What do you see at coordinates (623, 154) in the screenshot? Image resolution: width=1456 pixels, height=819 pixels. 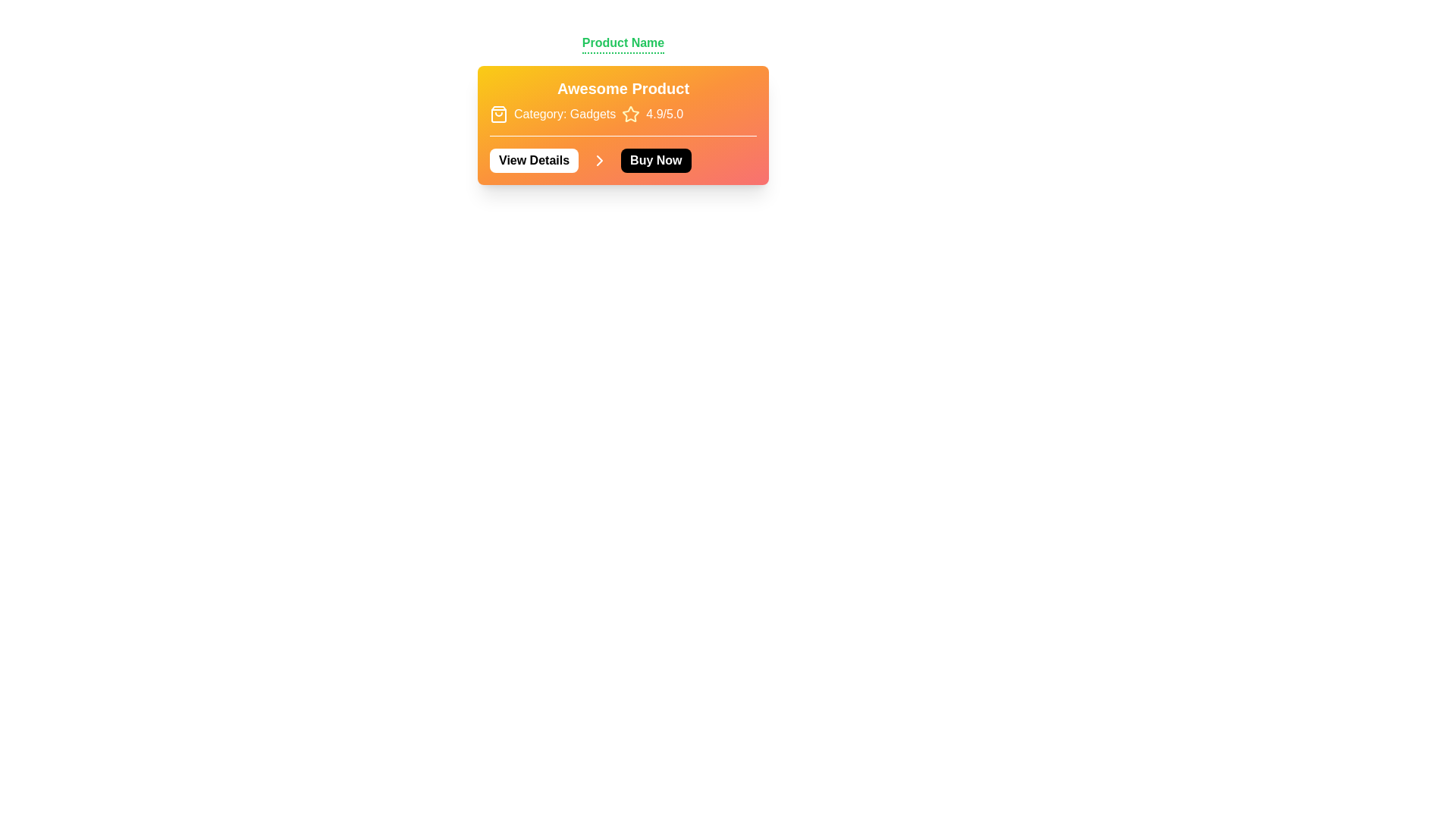 I see `the 'Buy Now' button, which is located to the right of the 'View Details' button and has white text on a black background` at bounding box center [623, 154].